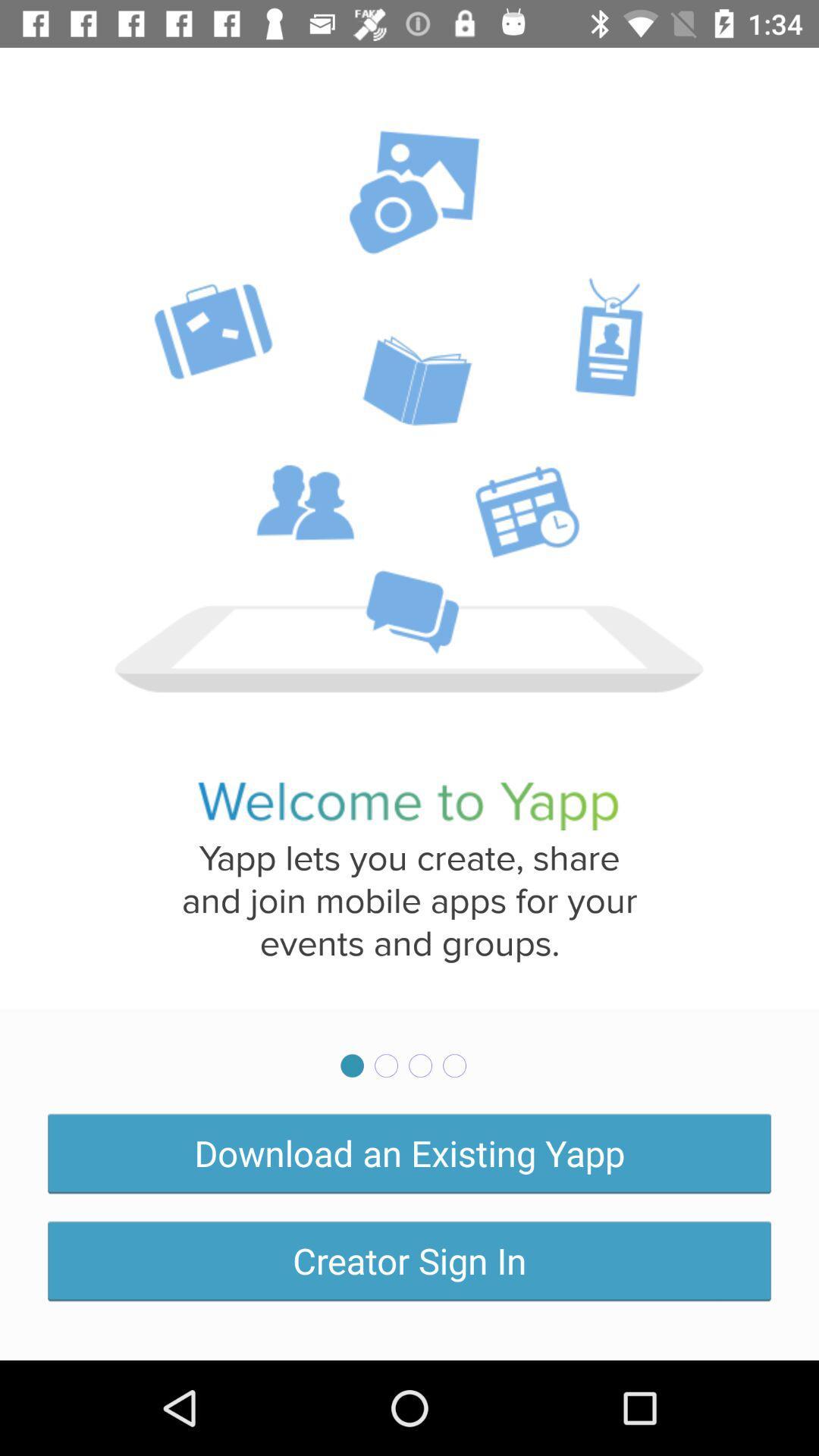  What do you see at coordinates (409, 1260) in the screenshot?
I see `the creator sign in button` at bounding box center [409, 1260].